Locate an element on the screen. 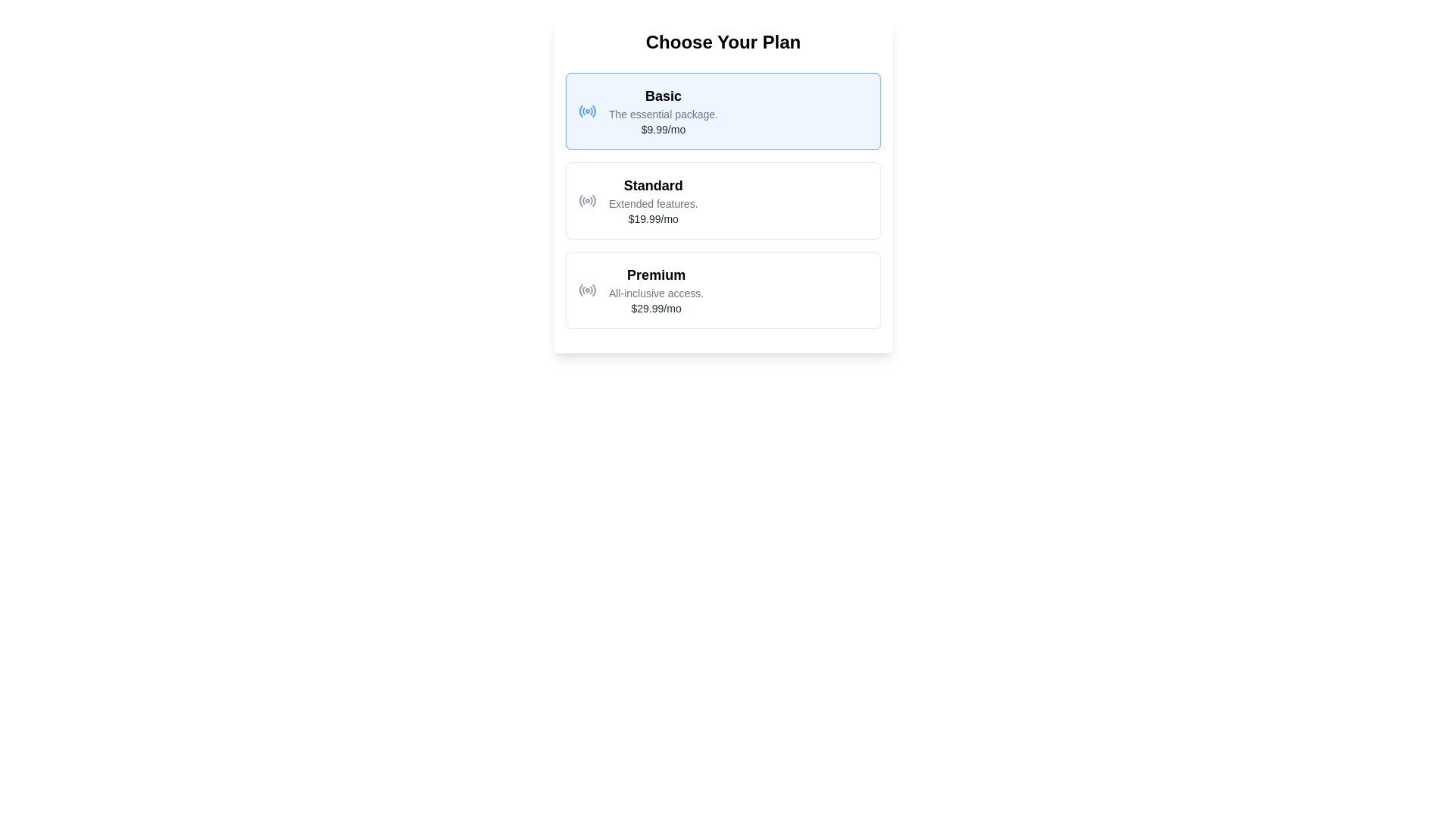 This screenshot has height=819, width=1456. the circular icon styled as a radio button located to the left of the text 'Premium All-inclusive access. $29.99/mo' is located at coordinates (586, 290).